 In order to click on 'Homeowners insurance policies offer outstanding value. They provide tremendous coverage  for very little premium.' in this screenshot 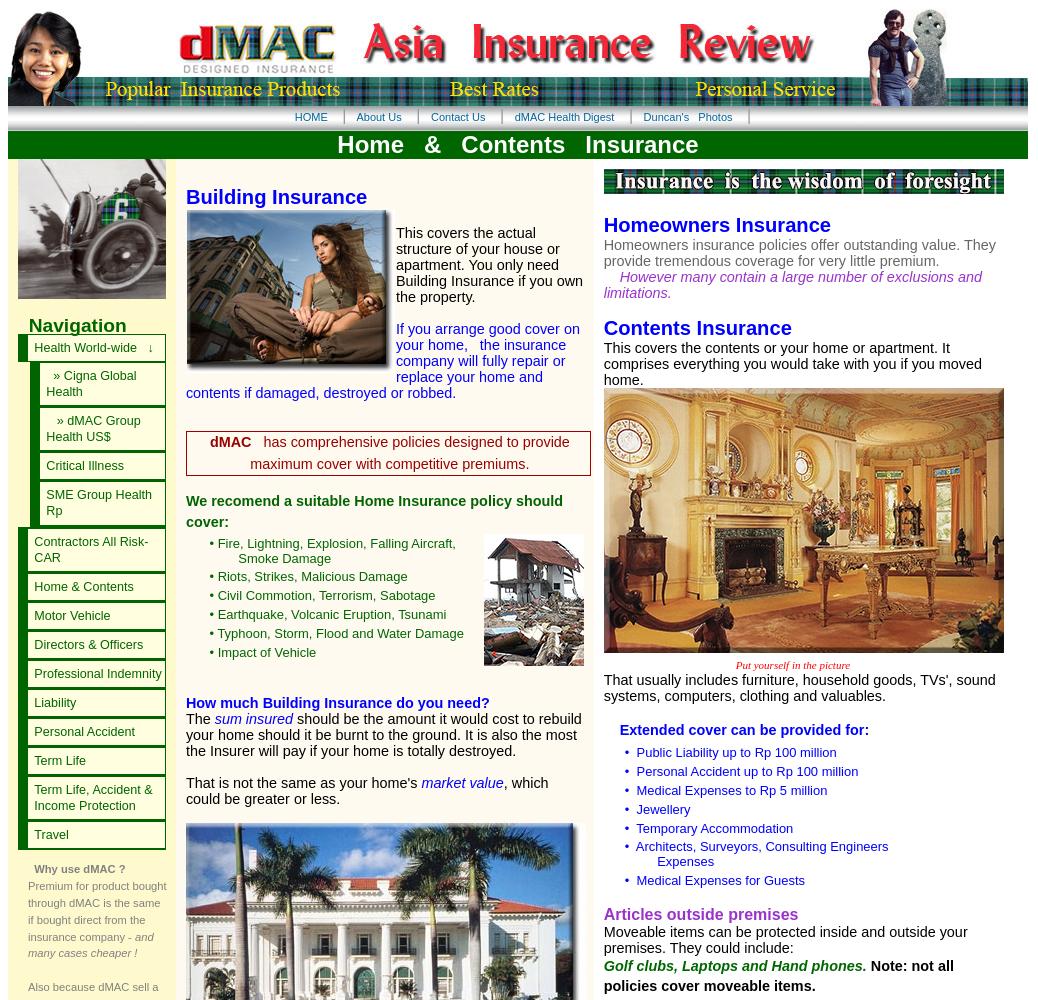, I will do `click(798, 252)`.